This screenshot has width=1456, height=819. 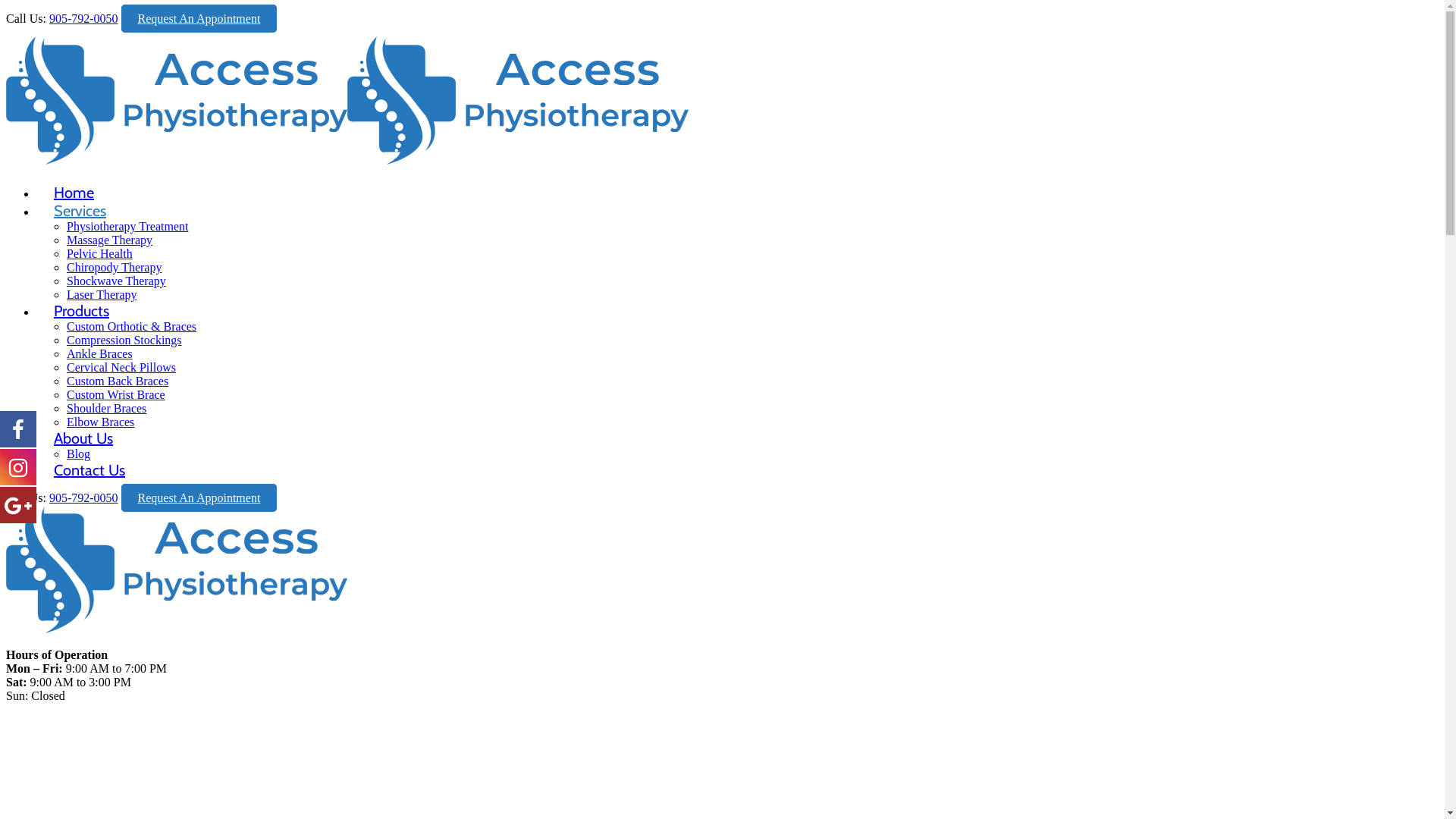 What do you see at coordinates (101, 294) in the screenshot?
I see `'Laser Therapy'` at bounding box center [101, 294].